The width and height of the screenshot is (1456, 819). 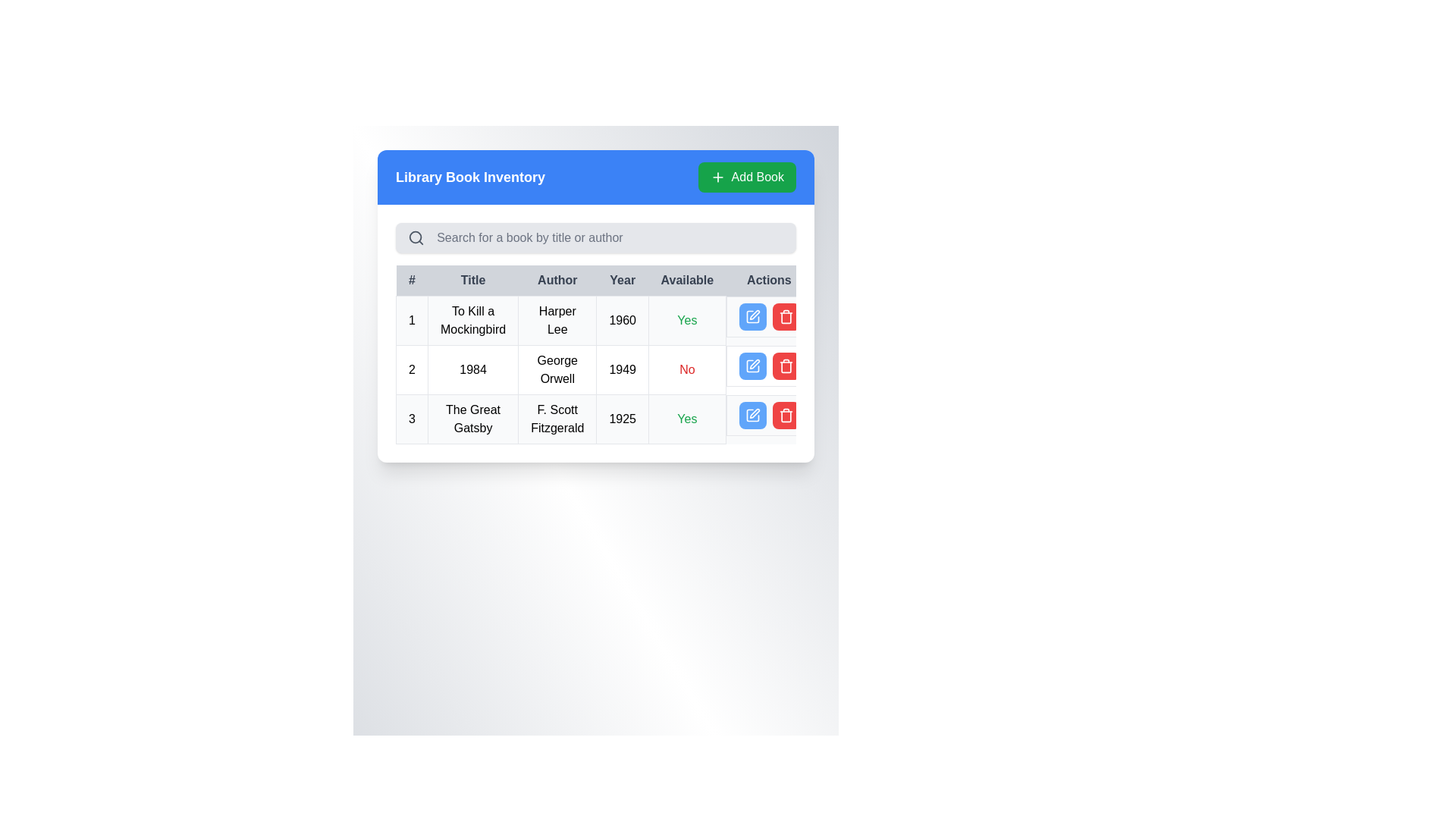 What do you see at coordinates (752, 366) in the screenshot?
I see `the second graphical icon in the 'Actions' column of the second row in the table, which represents an edit or modification action` at bounding box center [752, 366].